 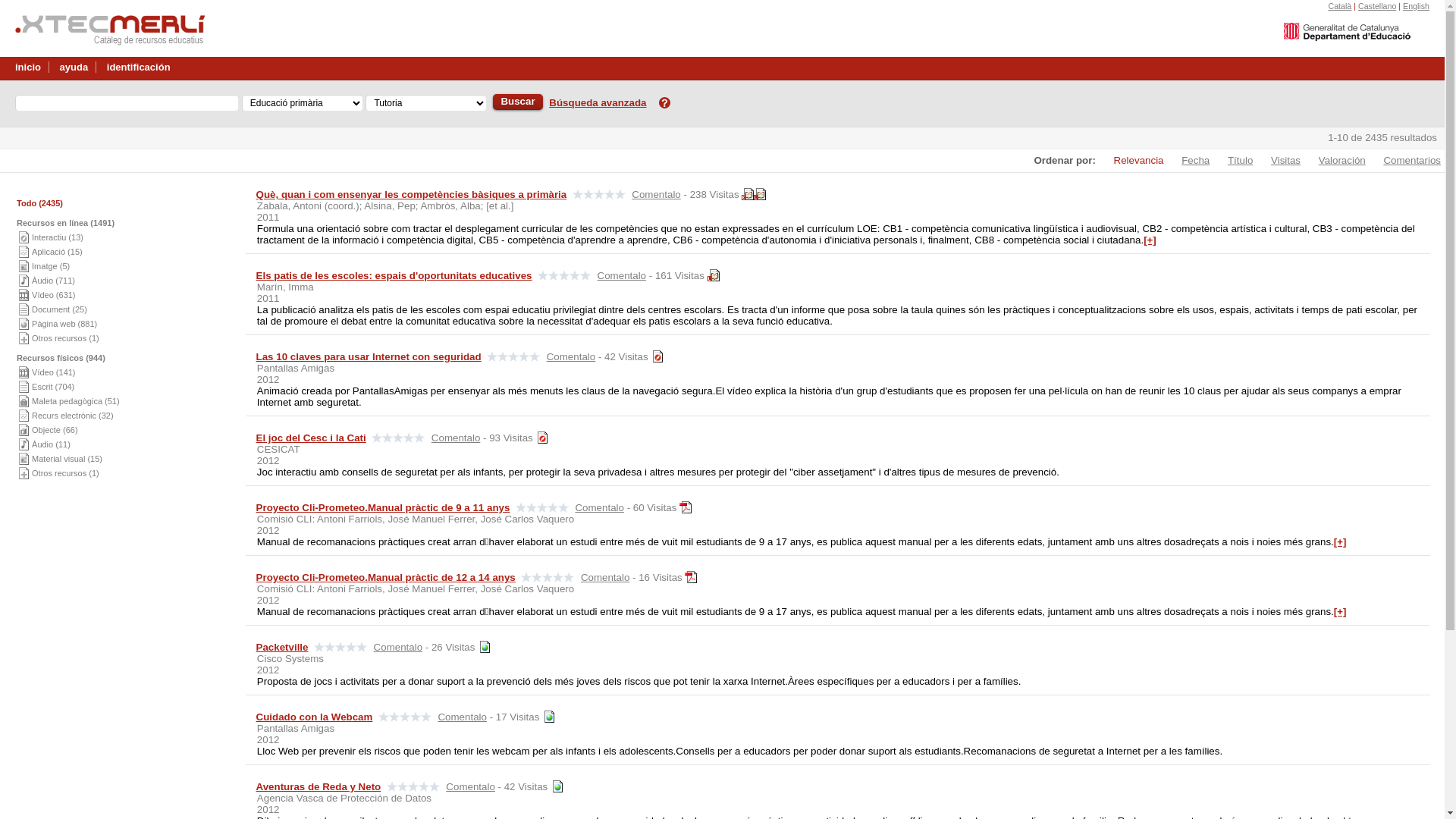 What do you see at coordinates (1143, 239) in the screenshot?
I see `'[+]'` at bounding box center [1143, 239].